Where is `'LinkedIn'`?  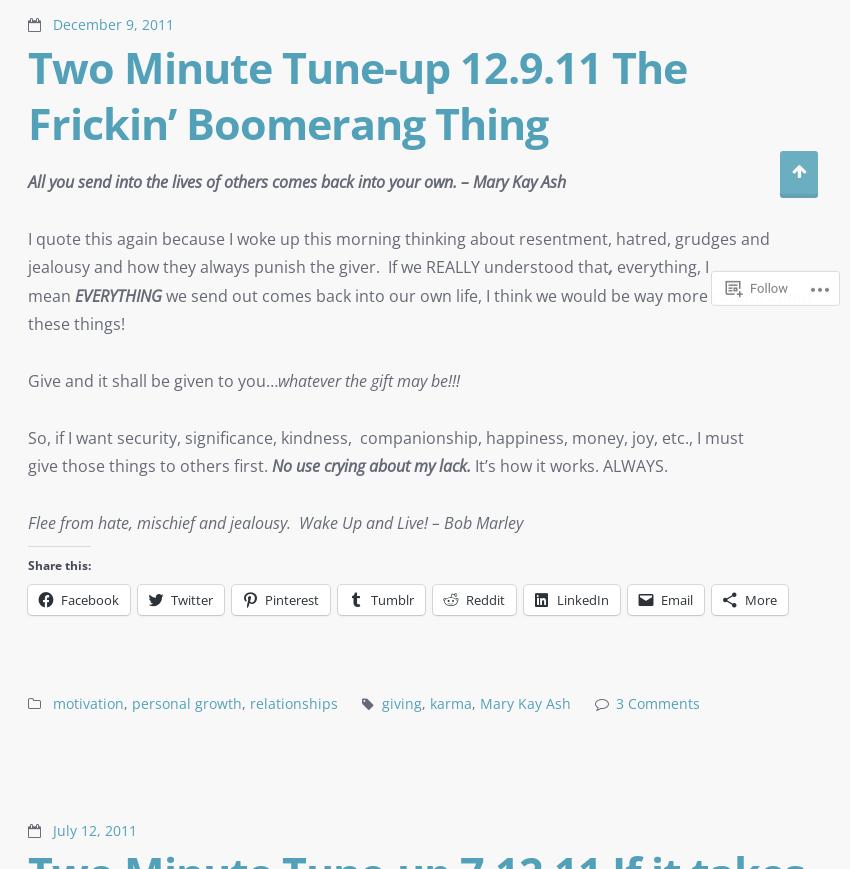
'LinkedIn' is located at coordinates (583, 599).